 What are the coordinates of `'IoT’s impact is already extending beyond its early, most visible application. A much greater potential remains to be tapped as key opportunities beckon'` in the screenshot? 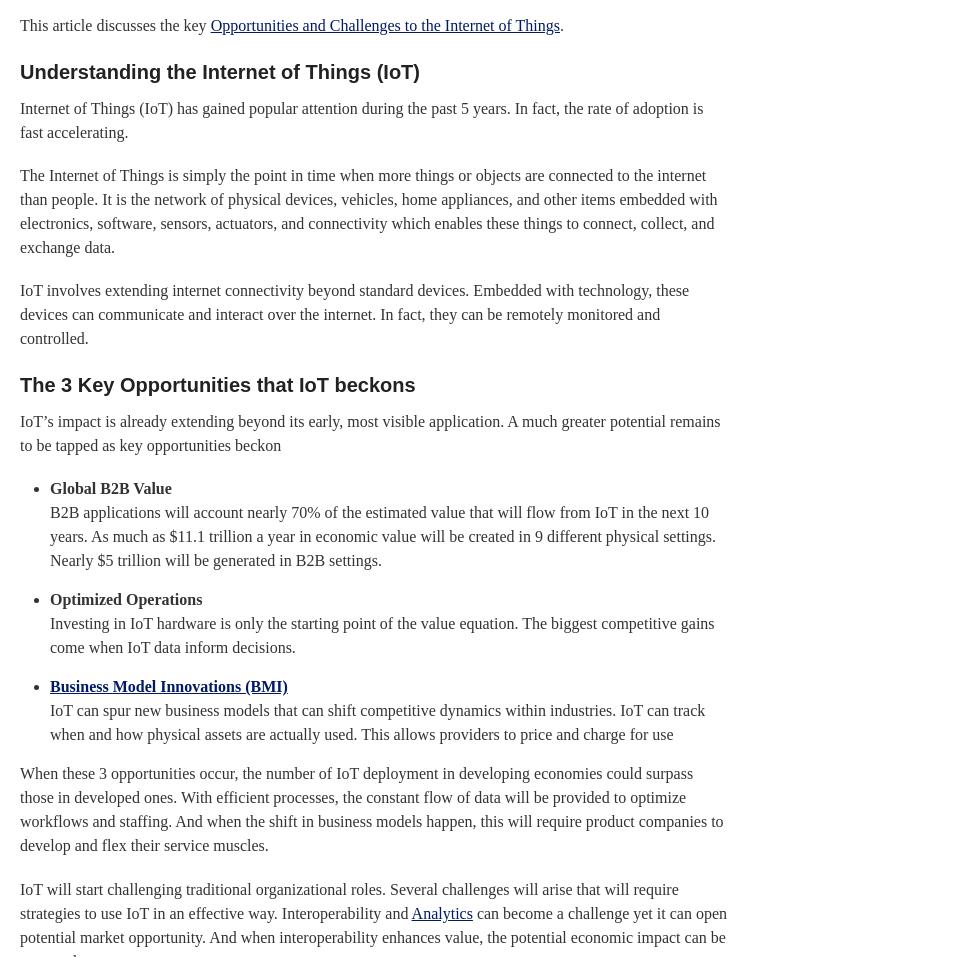 It's located at (370, 432).